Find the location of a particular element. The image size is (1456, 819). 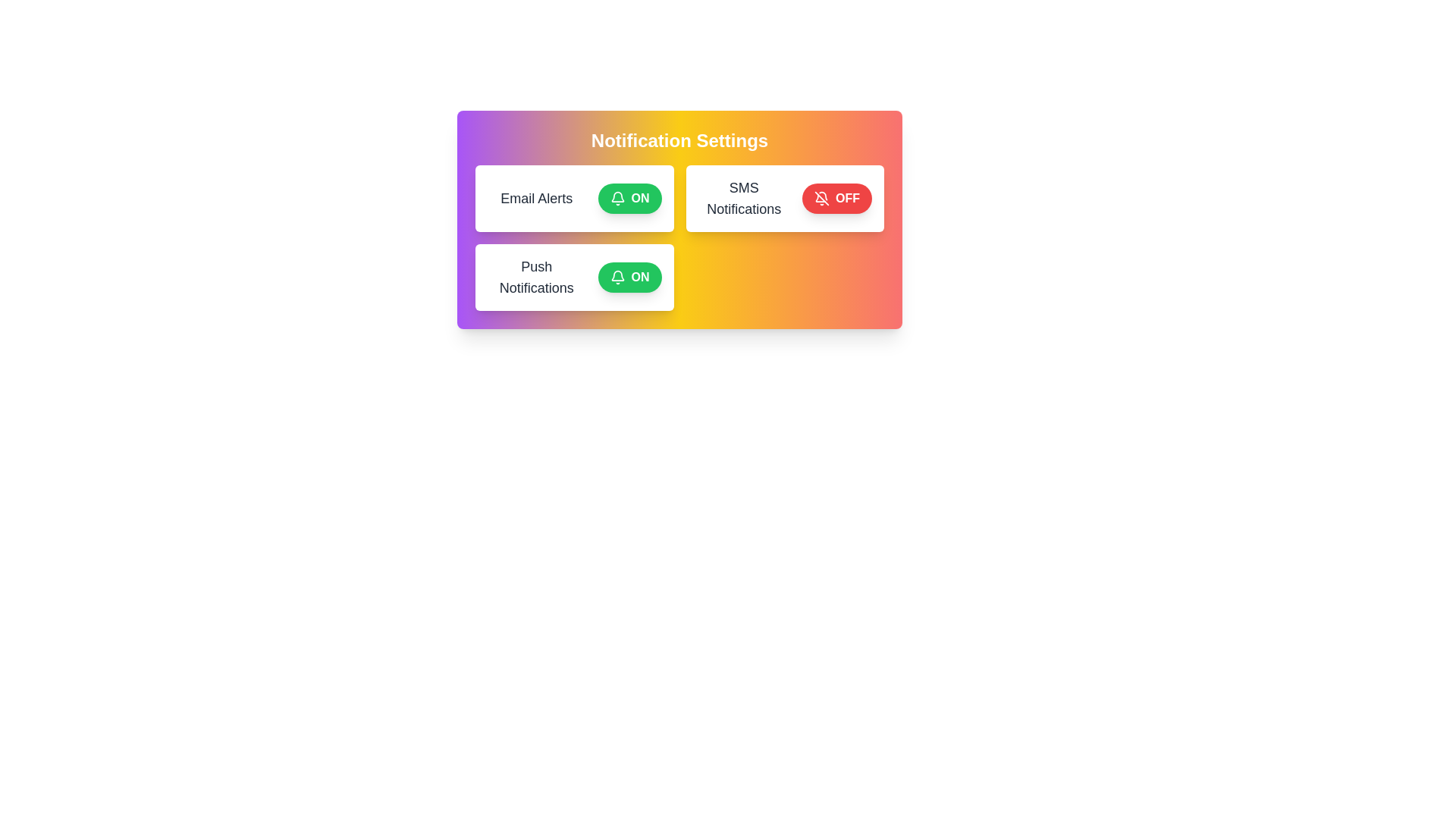

the button corresponding to Email Alerts is located at coordinates (629, 198).